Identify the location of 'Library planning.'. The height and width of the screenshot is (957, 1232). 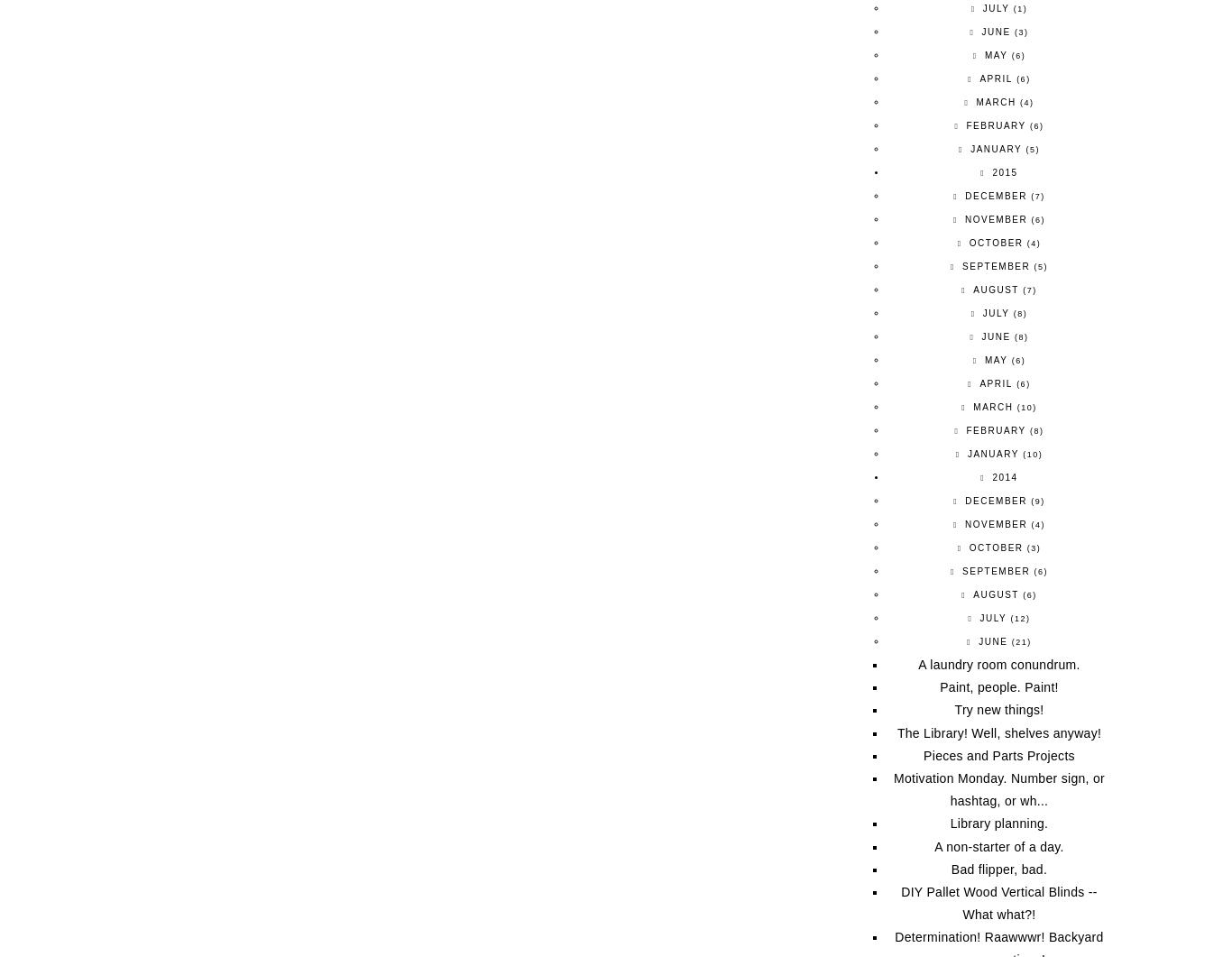
(998, 822).